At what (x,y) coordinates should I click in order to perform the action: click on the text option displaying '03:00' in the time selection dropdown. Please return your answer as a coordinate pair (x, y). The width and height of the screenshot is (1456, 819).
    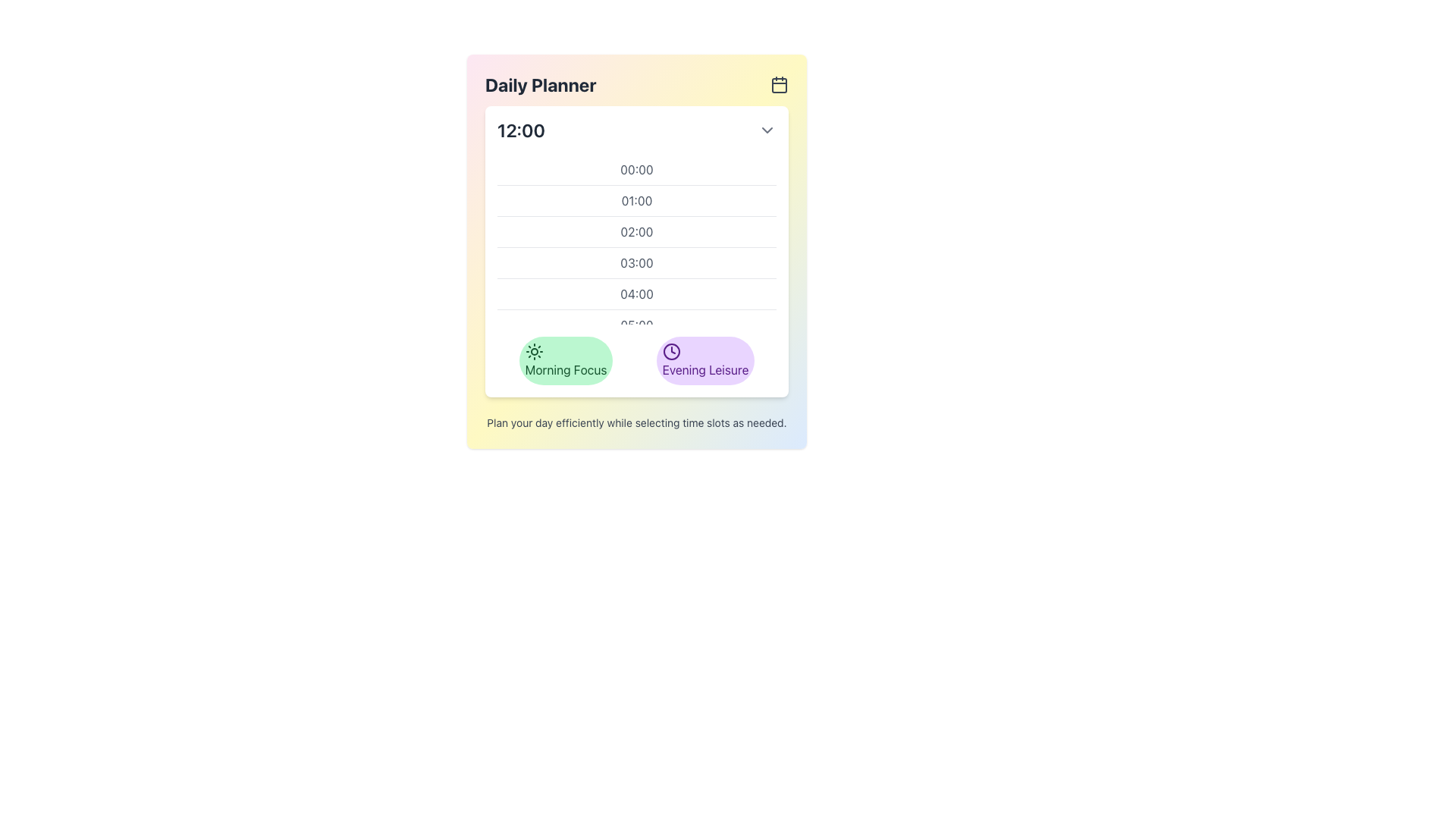
    Looking at the image, I should click on (637, 262).